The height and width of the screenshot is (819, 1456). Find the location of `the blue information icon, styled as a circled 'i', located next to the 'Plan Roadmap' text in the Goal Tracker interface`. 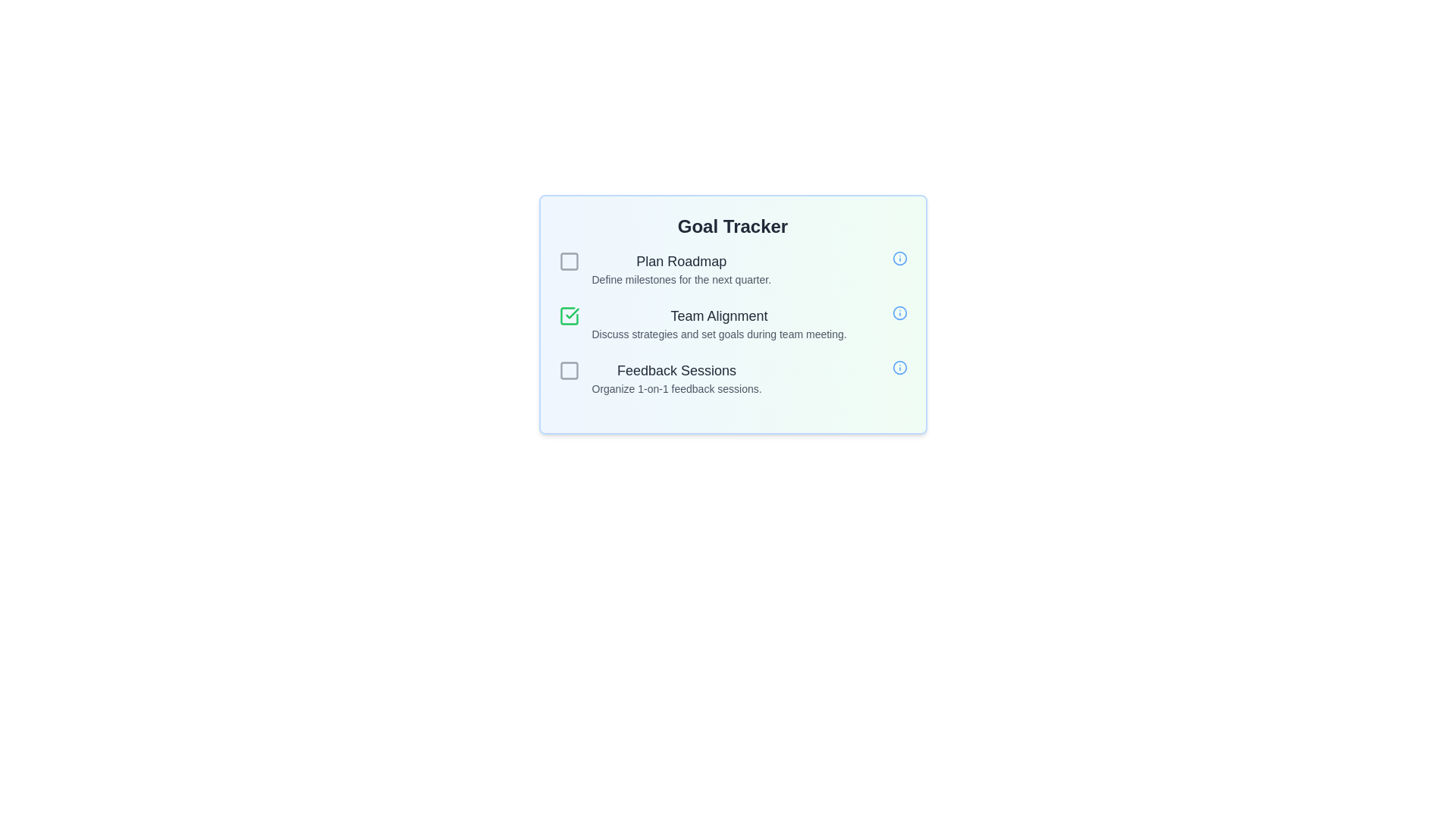

the blue information icon, styled as a circled 'i', located next to the 'Plan Roadmap' text in the Goal Tracker interface is located at coordinates (899, 257).